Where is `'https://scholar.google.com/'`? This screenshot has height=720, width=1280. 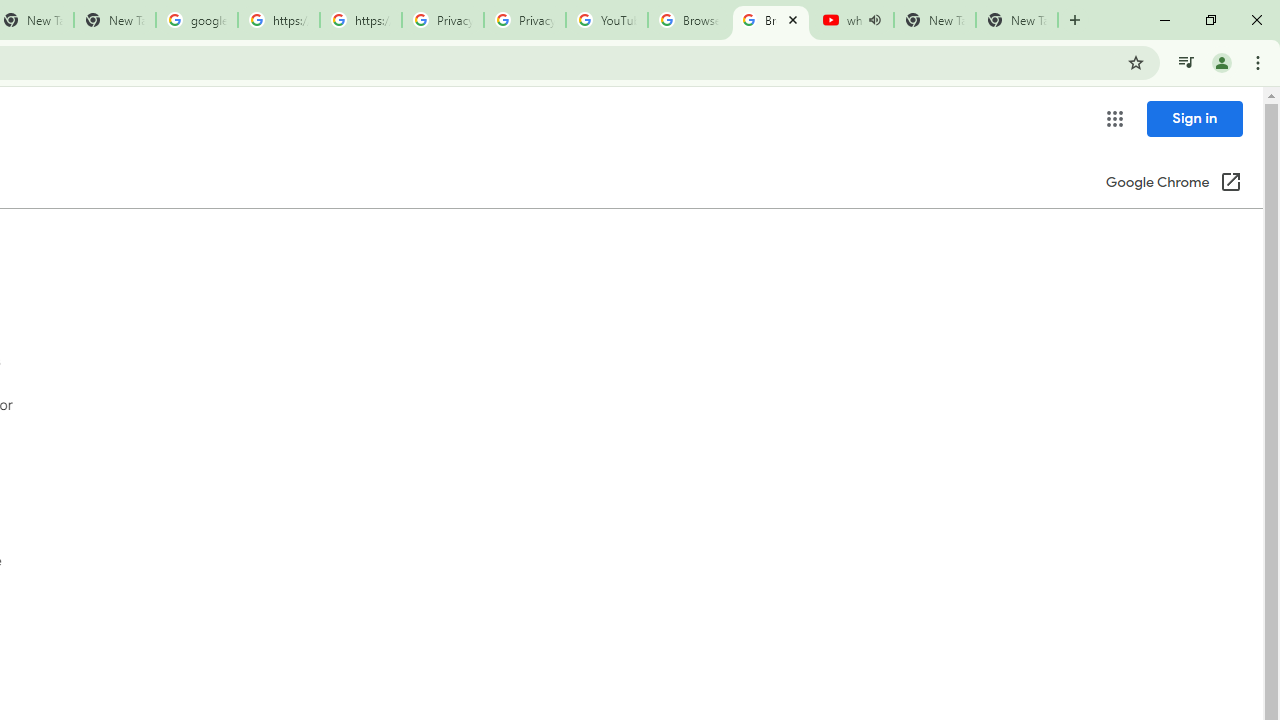
'https://scholar.google.com/' is located at coordinates (278, 20).